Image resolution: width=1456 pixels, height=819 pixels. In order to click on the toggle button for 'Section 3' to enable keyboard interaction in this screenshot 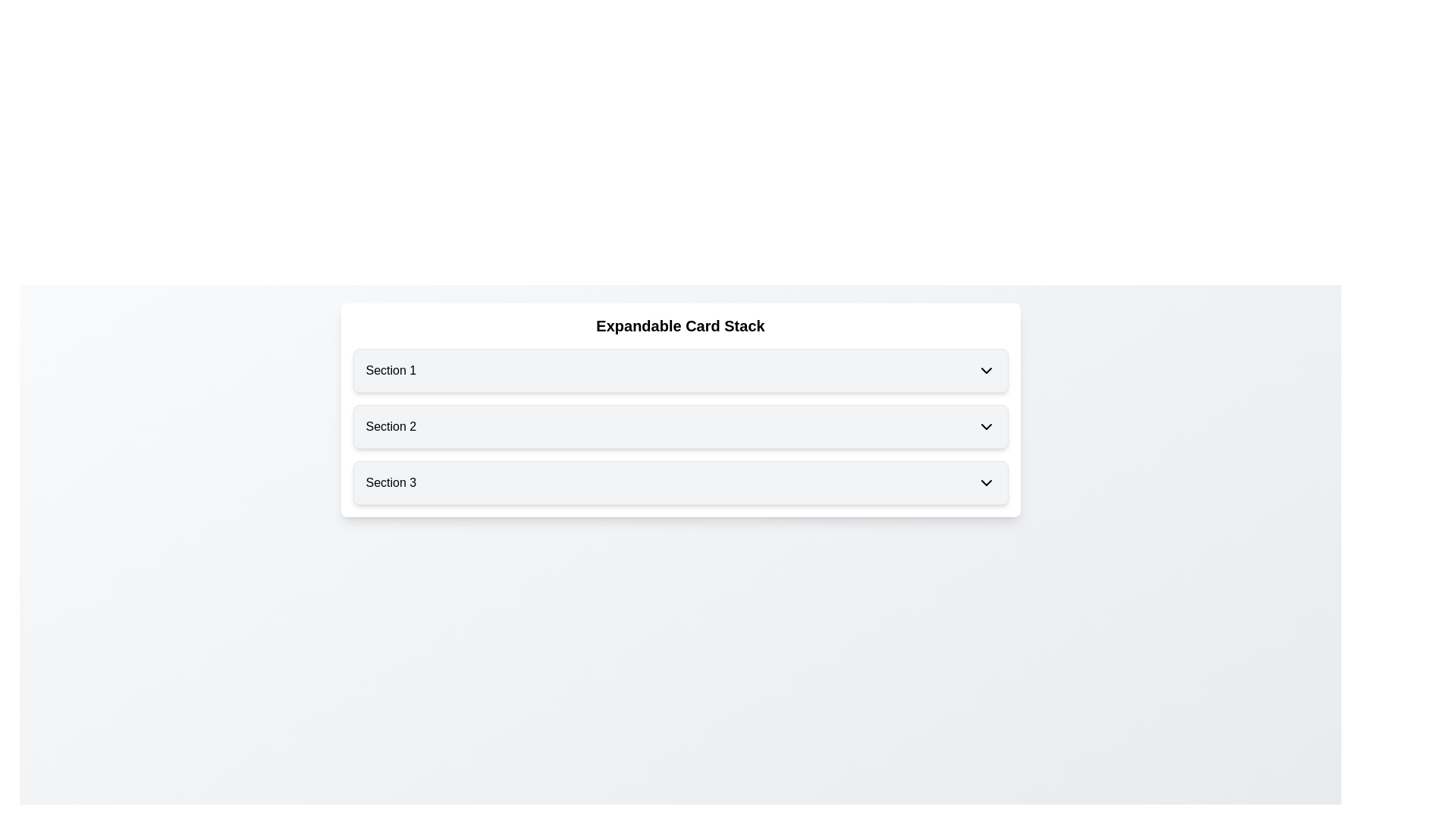, I will do `click(679, 482)`.